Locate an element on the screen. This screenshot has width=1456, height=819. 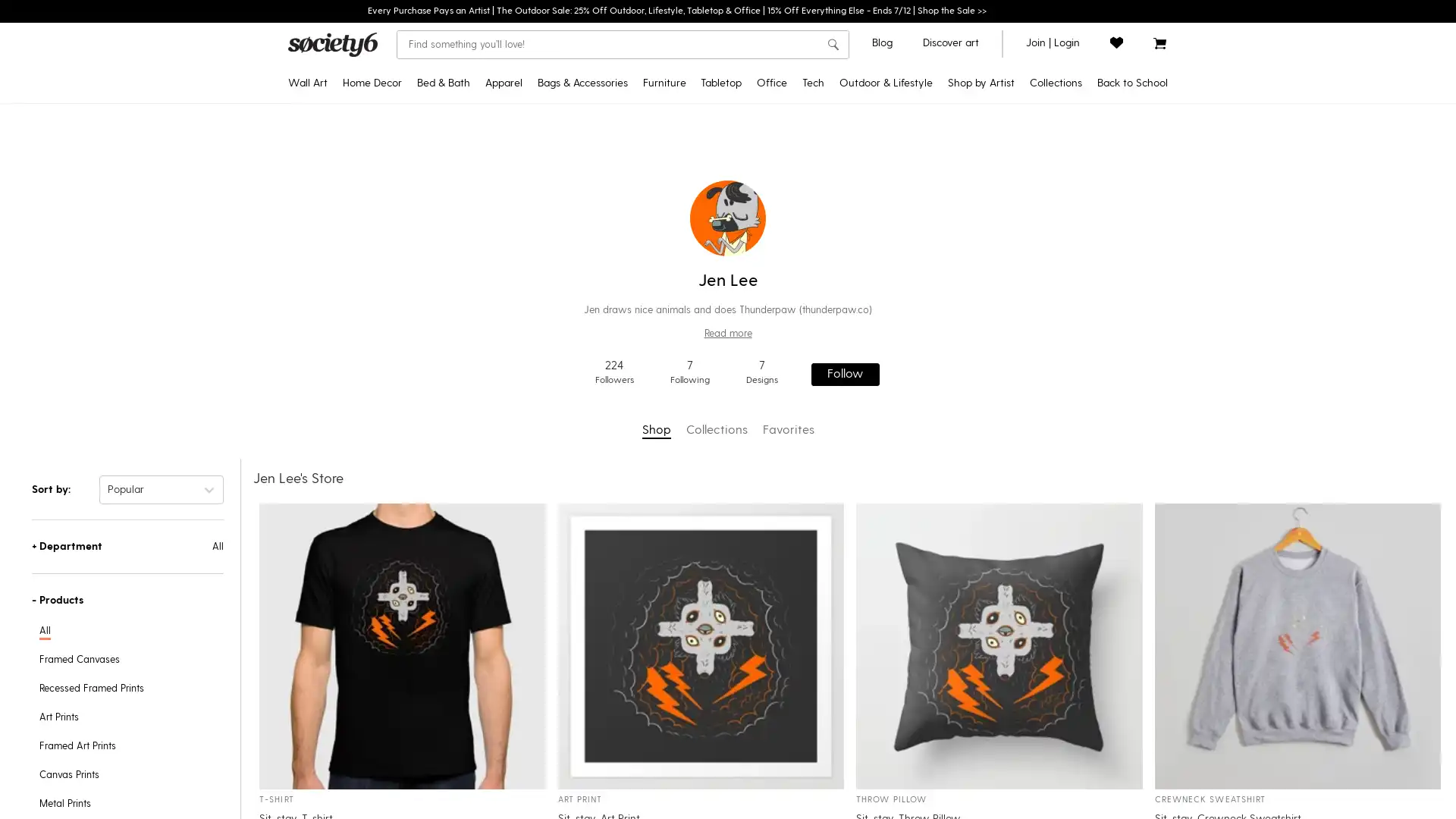
Backpacks is located at coordinates (592, 170).